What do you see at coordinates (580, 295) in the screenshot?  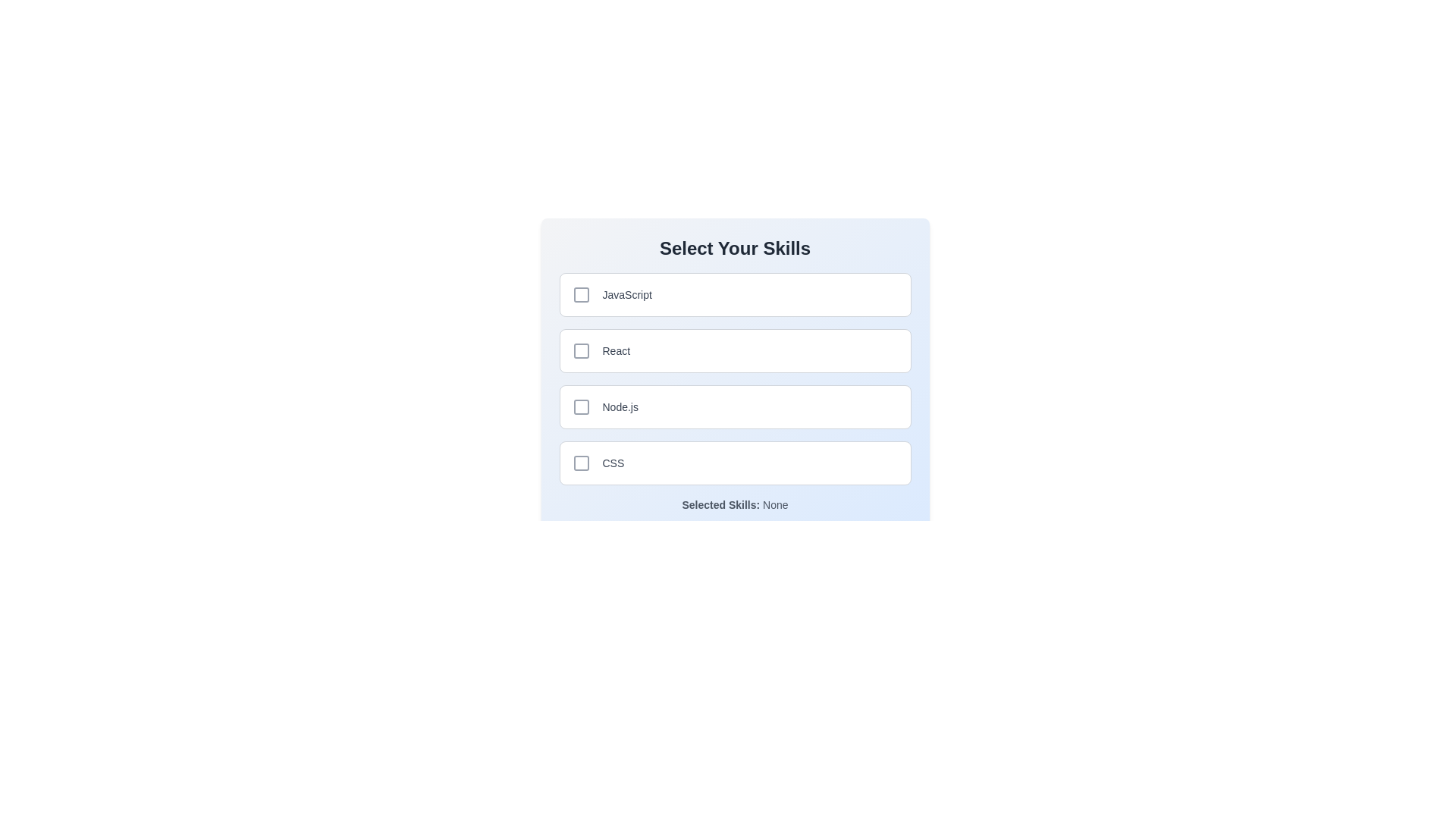 I see `the checkbox icon representing the 'JavaScript' selection option to trigger a tooltip or visual effect` at bounding box center [580, 295].